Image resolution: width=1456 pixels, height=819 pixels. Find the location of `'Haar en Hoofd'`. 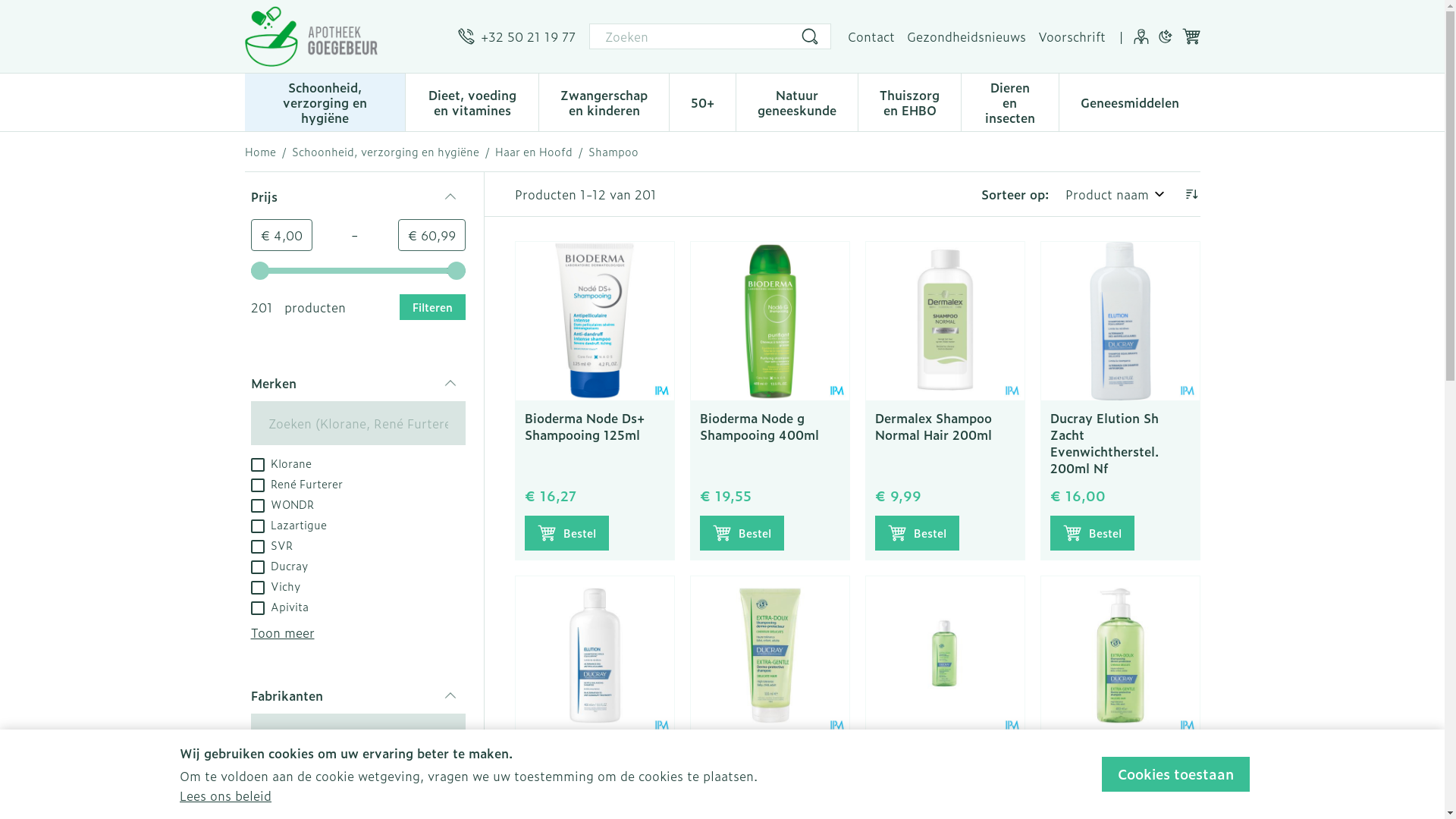

'Haar en Hoofd' is located at coordinates (532, 152).